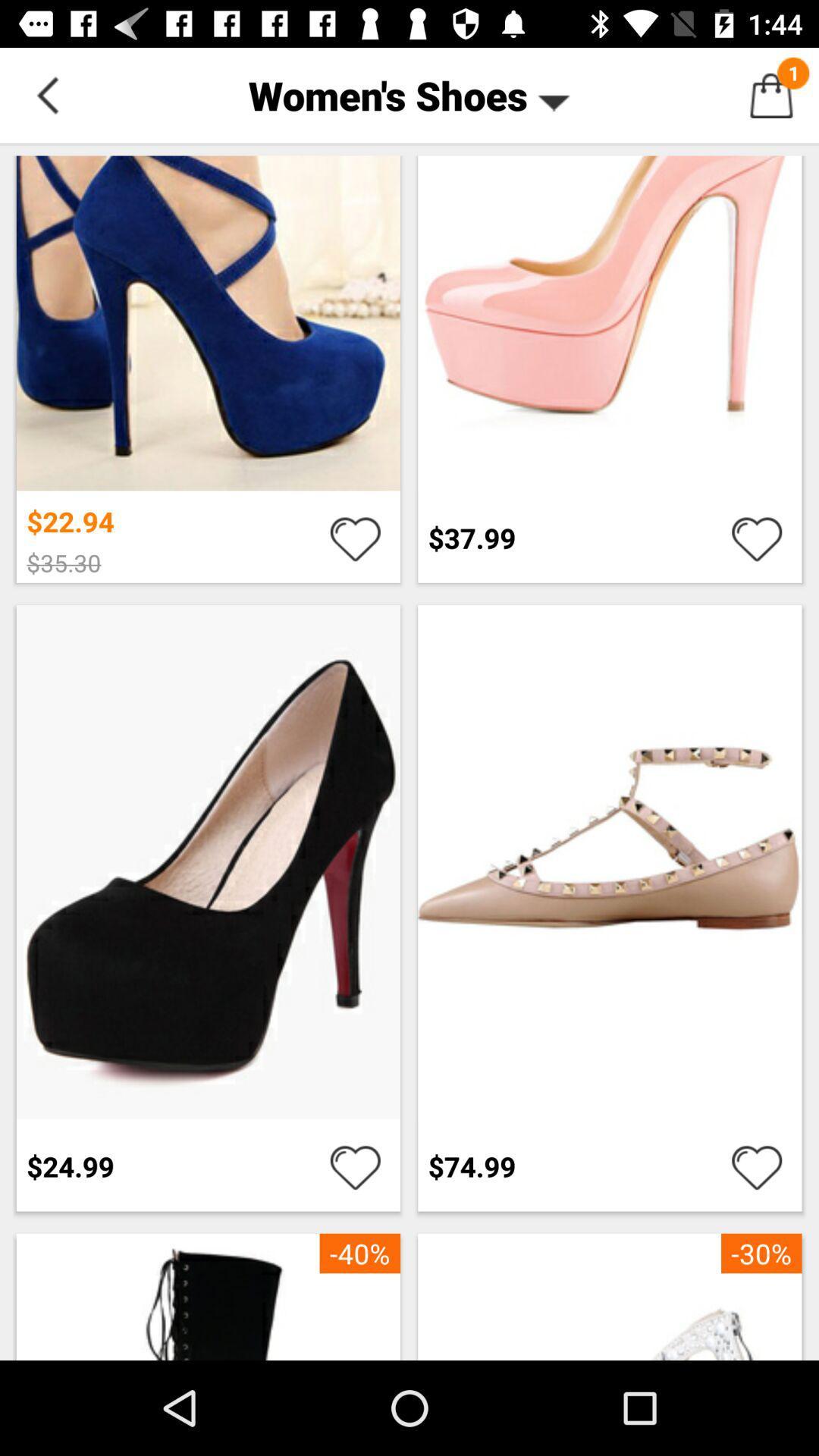  I want to click on text which is left to cart icon, so click(409, 94).